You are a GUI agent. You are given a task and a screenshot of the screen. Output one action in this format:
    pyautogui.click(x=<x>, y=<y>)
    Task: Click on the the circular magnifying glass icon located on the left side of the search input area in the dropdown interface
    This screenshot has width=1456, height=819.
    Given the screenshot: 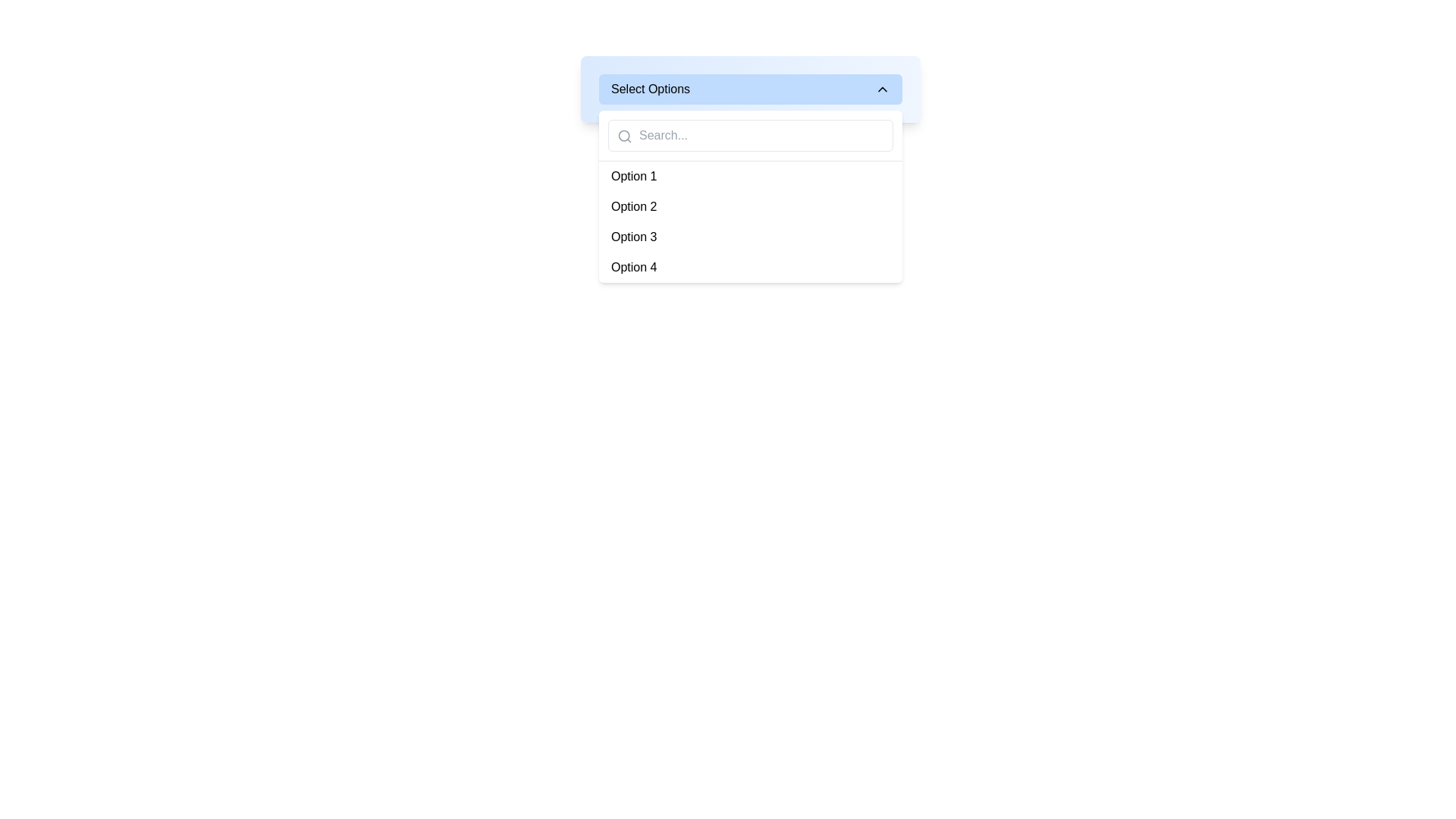 What is the action you would take?
    pyautogui.click(x=624, y=135)
    